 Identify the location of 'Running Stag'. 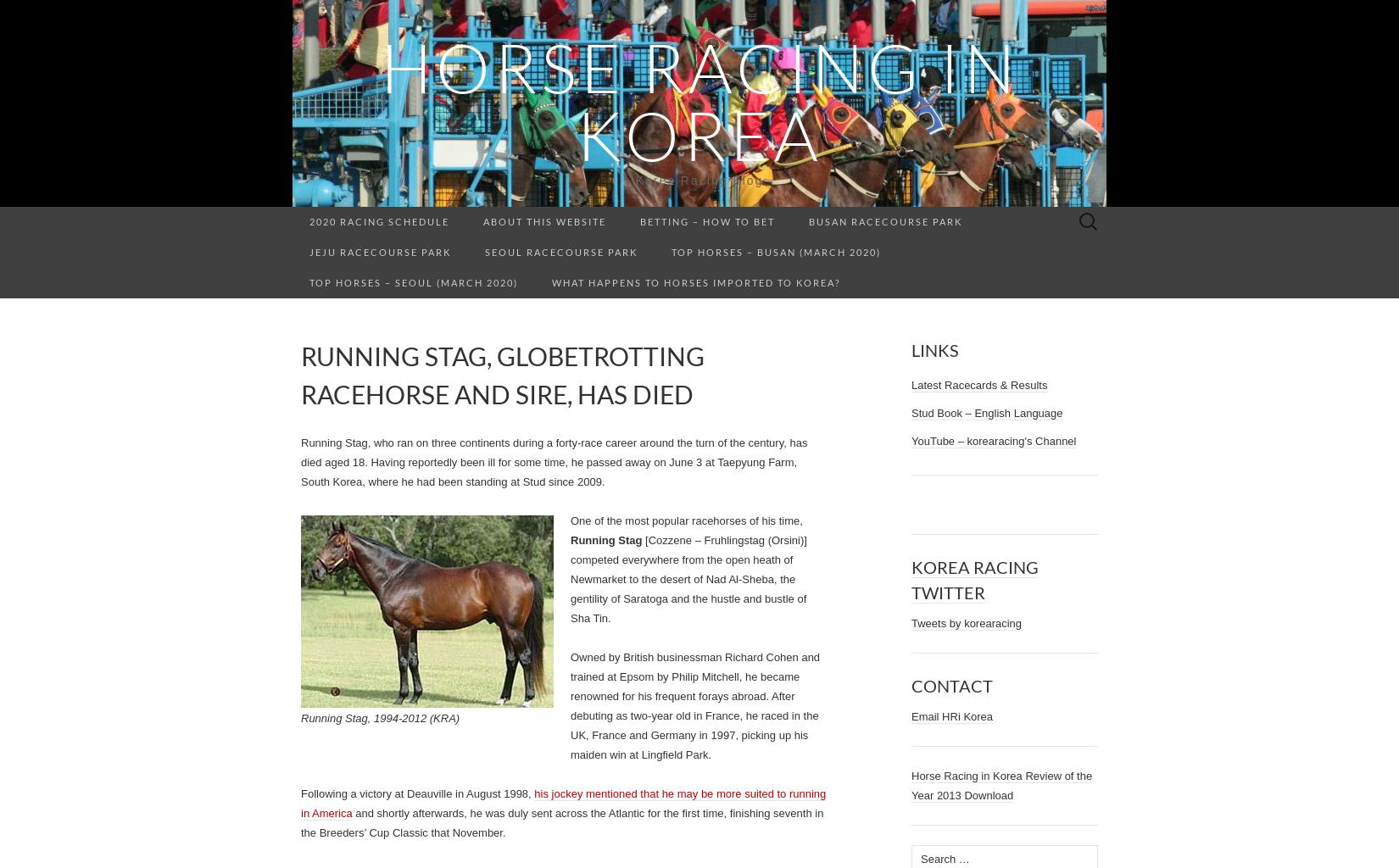
(606, 540).